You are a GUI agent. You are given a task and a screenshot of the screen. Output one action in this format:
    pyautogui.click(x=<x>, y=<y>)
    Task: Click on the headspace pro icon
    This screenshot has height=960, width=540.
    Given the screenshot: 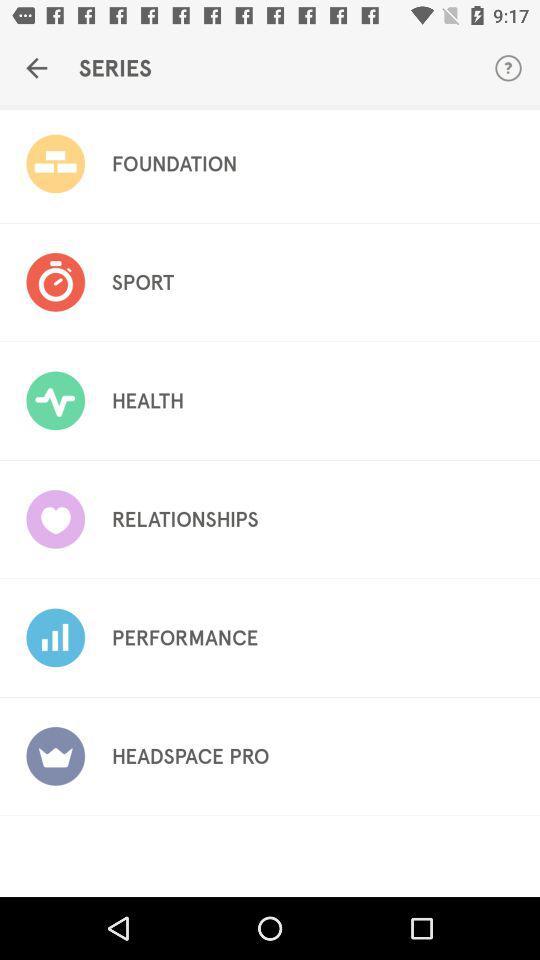 What is the action you would take?
    pyautogui.click(x=190, y=755)
    